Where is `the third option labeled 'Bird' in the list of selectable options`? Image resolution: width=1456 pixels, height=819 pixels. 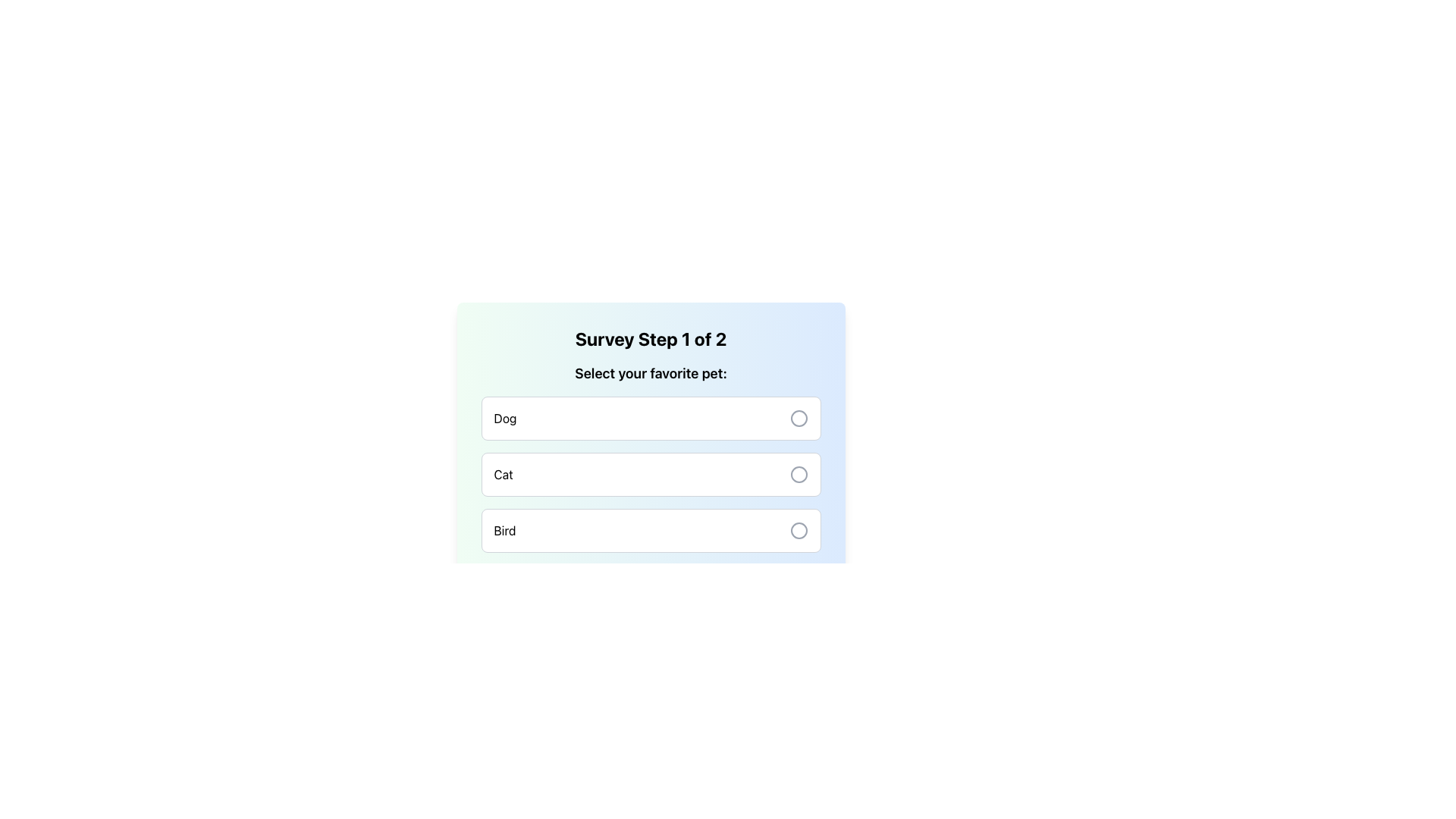
the third option labeled 'Bird' in the list of selectable options is located at coordinates (651, 529).